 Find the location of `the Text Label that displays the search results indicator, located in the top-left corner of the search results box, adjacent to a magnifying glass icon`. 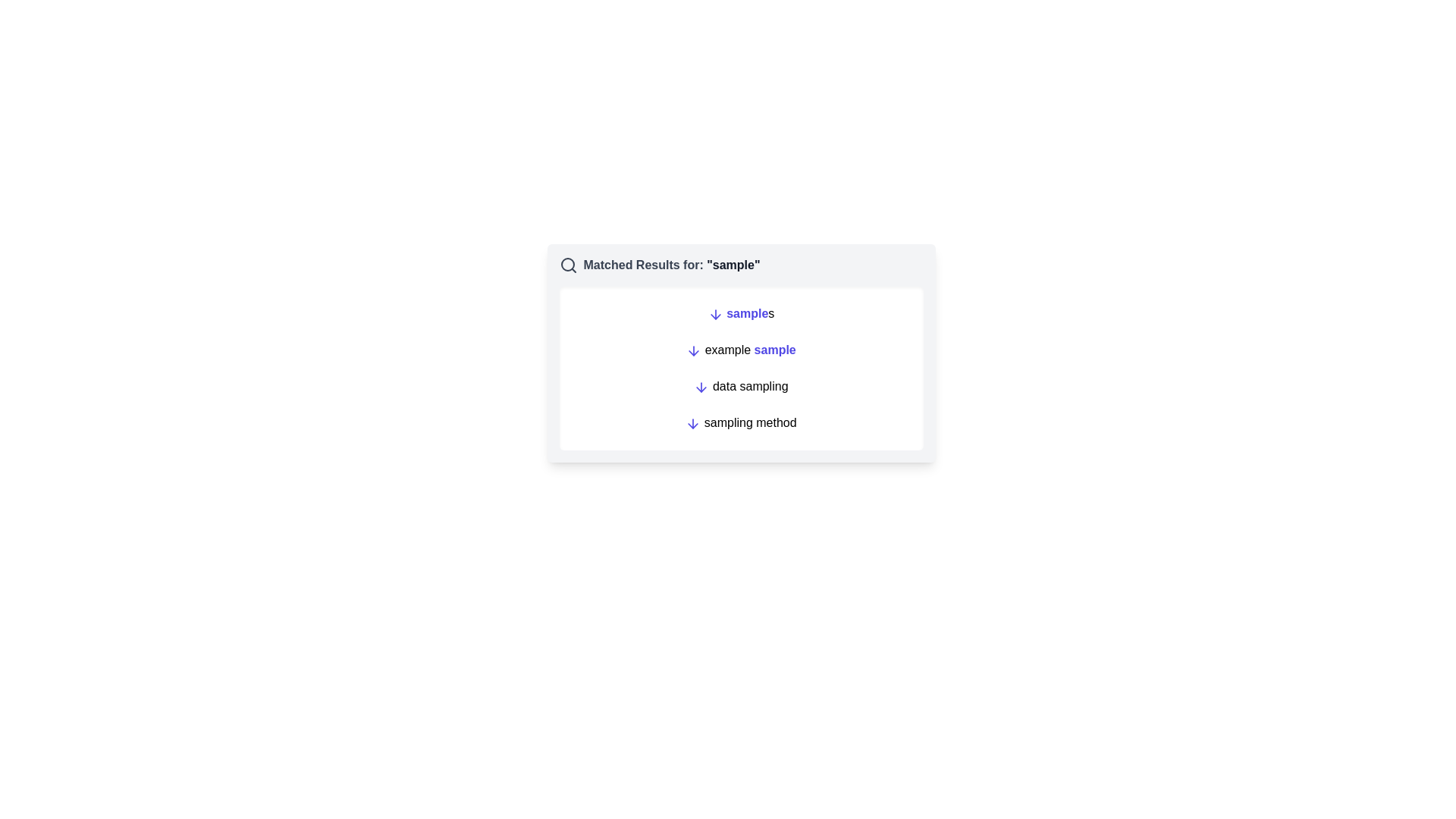

the Text Label that displays the search results indicator, located in the top-left corner of the search results box, adjacent to a magnifying glass icon is located at coordinates (671, 265).